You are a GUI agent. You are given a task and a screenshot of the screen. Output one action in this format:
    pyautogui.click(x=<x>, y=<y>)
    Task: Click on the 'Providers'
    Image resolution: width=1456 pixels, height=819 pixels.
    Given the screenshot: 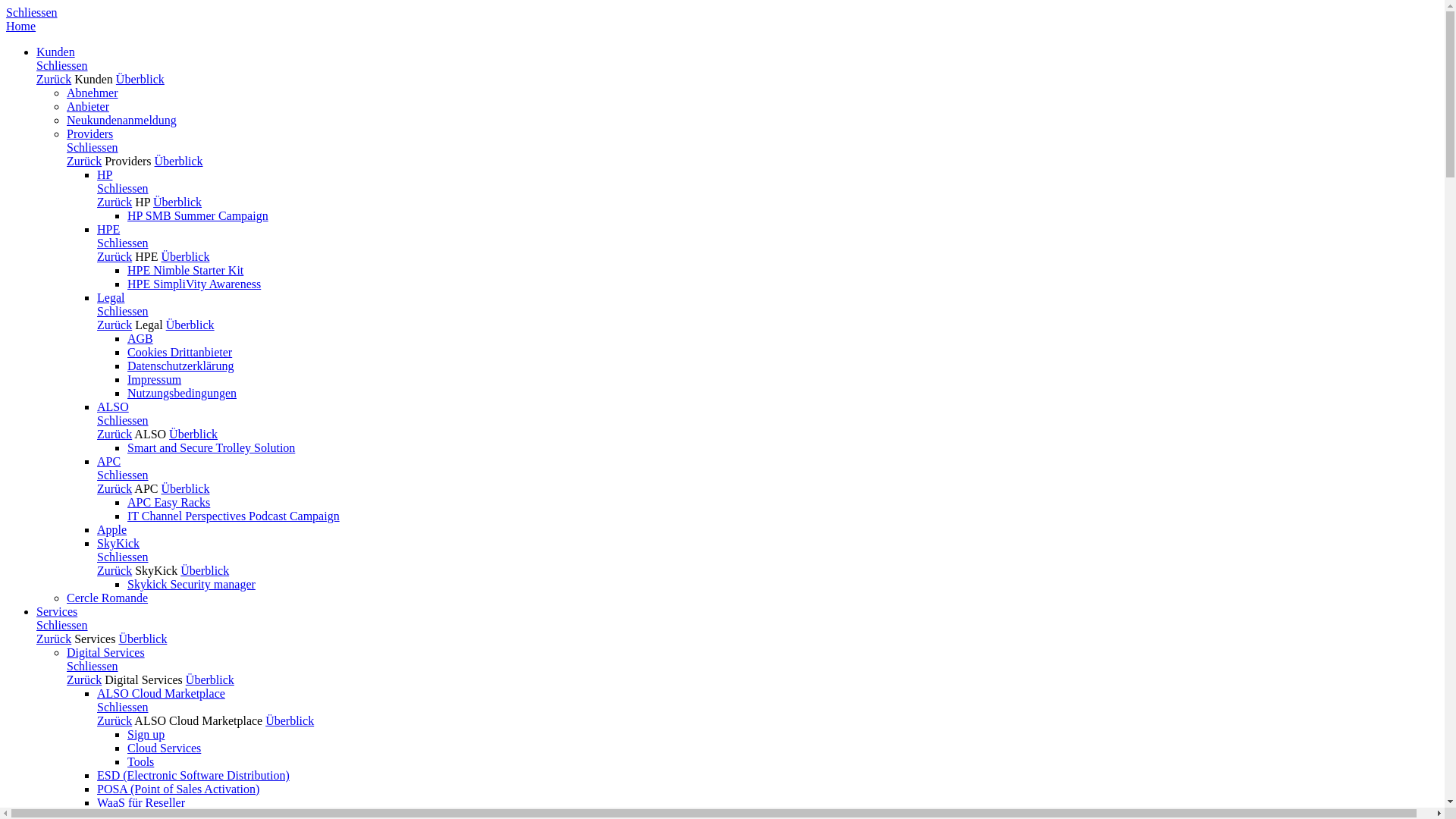 What is the action you would take?
    pyautogui.click(x=127, y=161)
    